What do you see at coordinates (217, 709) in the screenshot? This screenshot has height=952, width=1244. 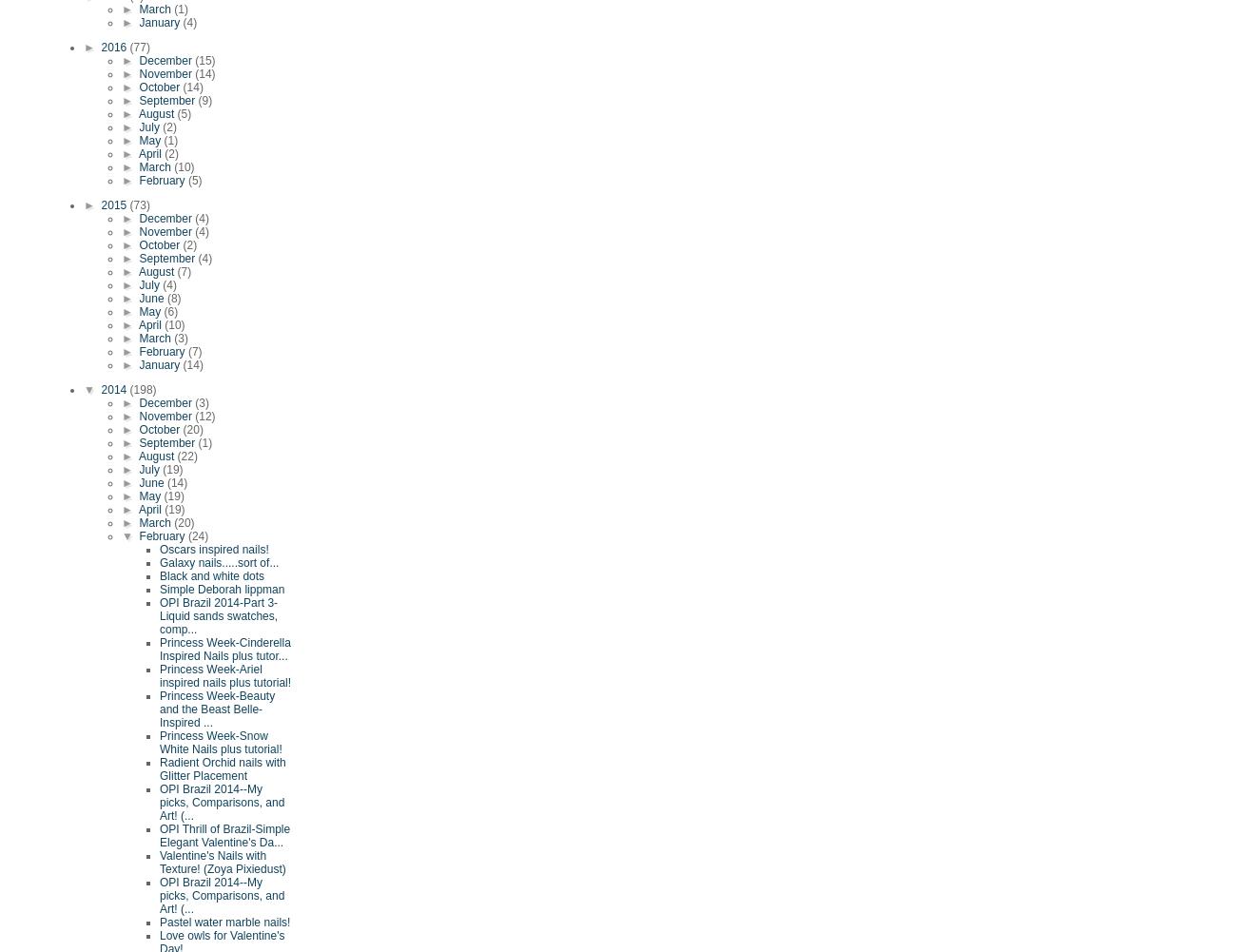 I see `'Princess Week-Beauty and the Beast Belle-Inspired ...'` at bounding box center [217, 709].